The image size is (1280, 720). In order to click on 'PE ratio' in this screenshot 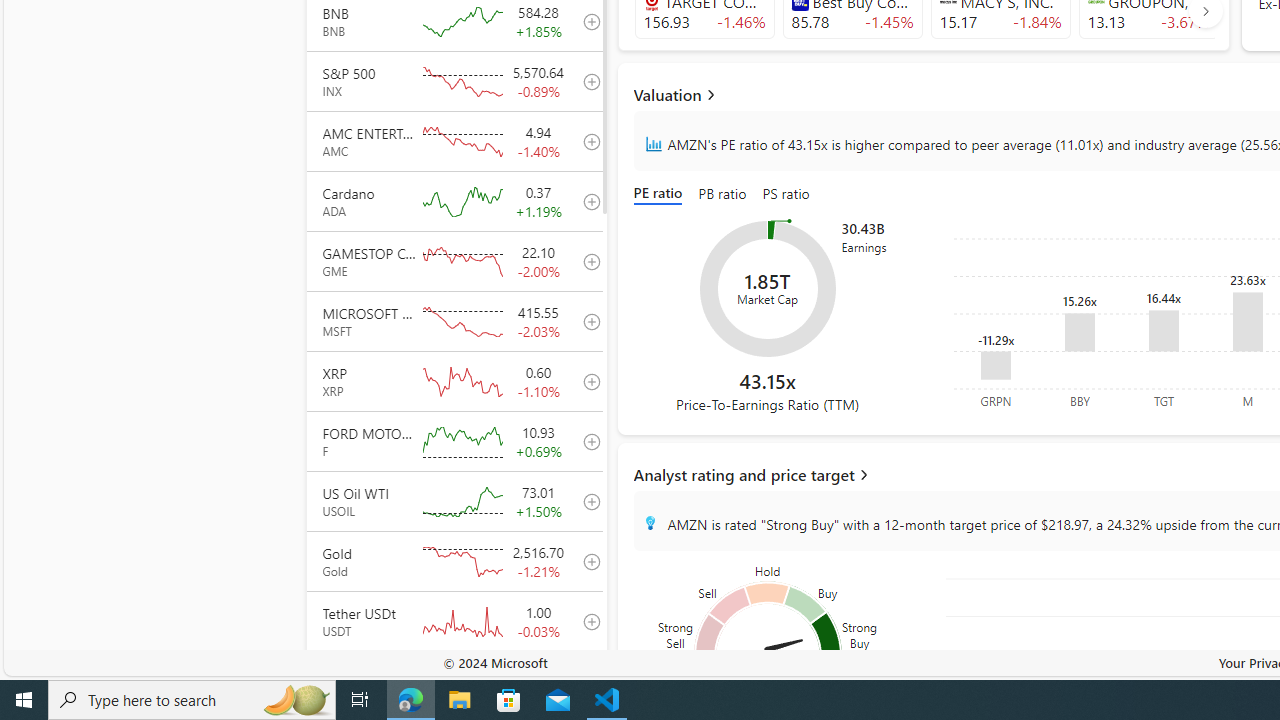, I will do `click(662, 195)`.